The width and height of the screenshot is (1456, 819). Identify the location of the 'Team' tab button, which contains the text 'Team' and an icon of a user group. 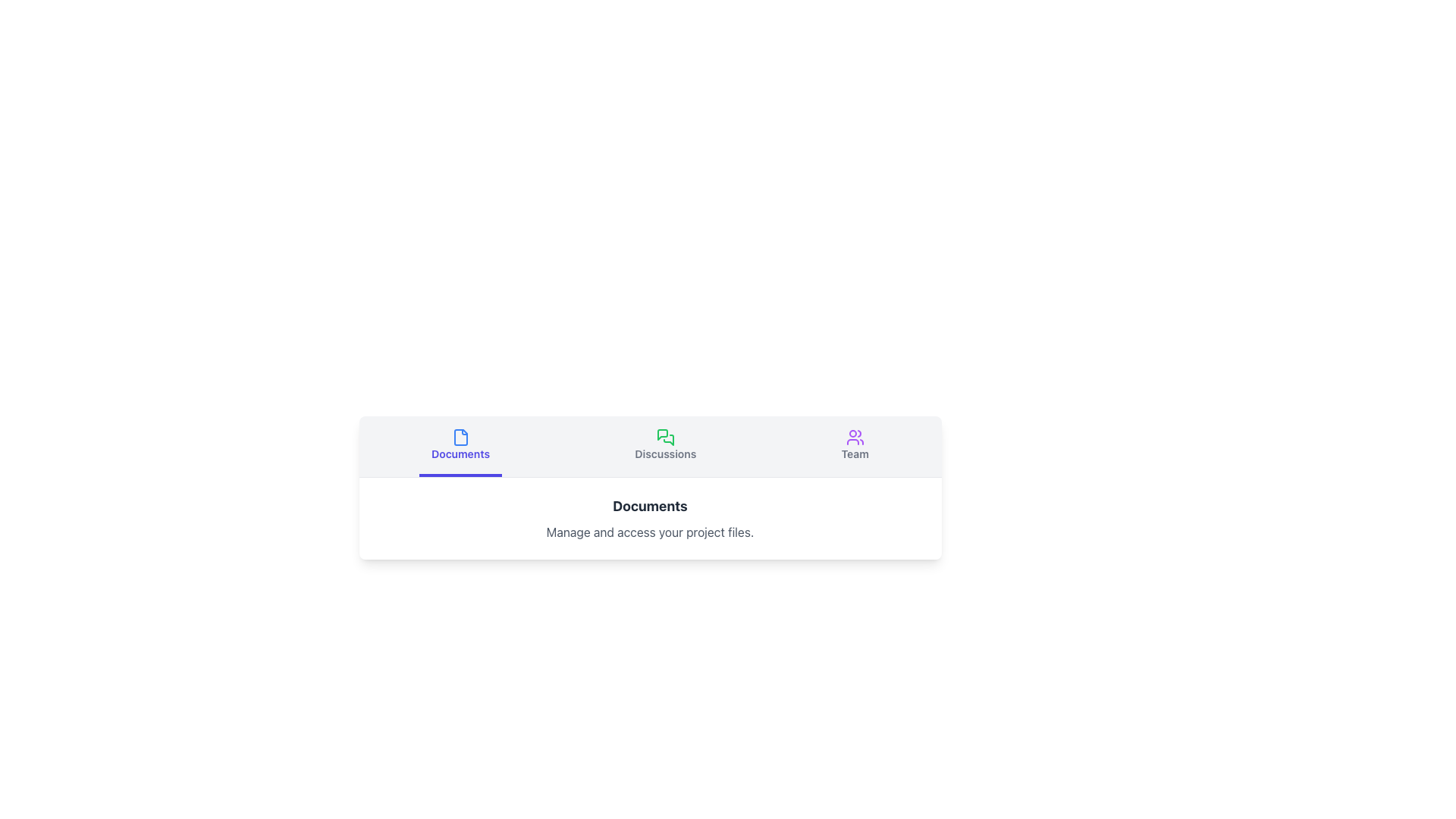
(855, 453).